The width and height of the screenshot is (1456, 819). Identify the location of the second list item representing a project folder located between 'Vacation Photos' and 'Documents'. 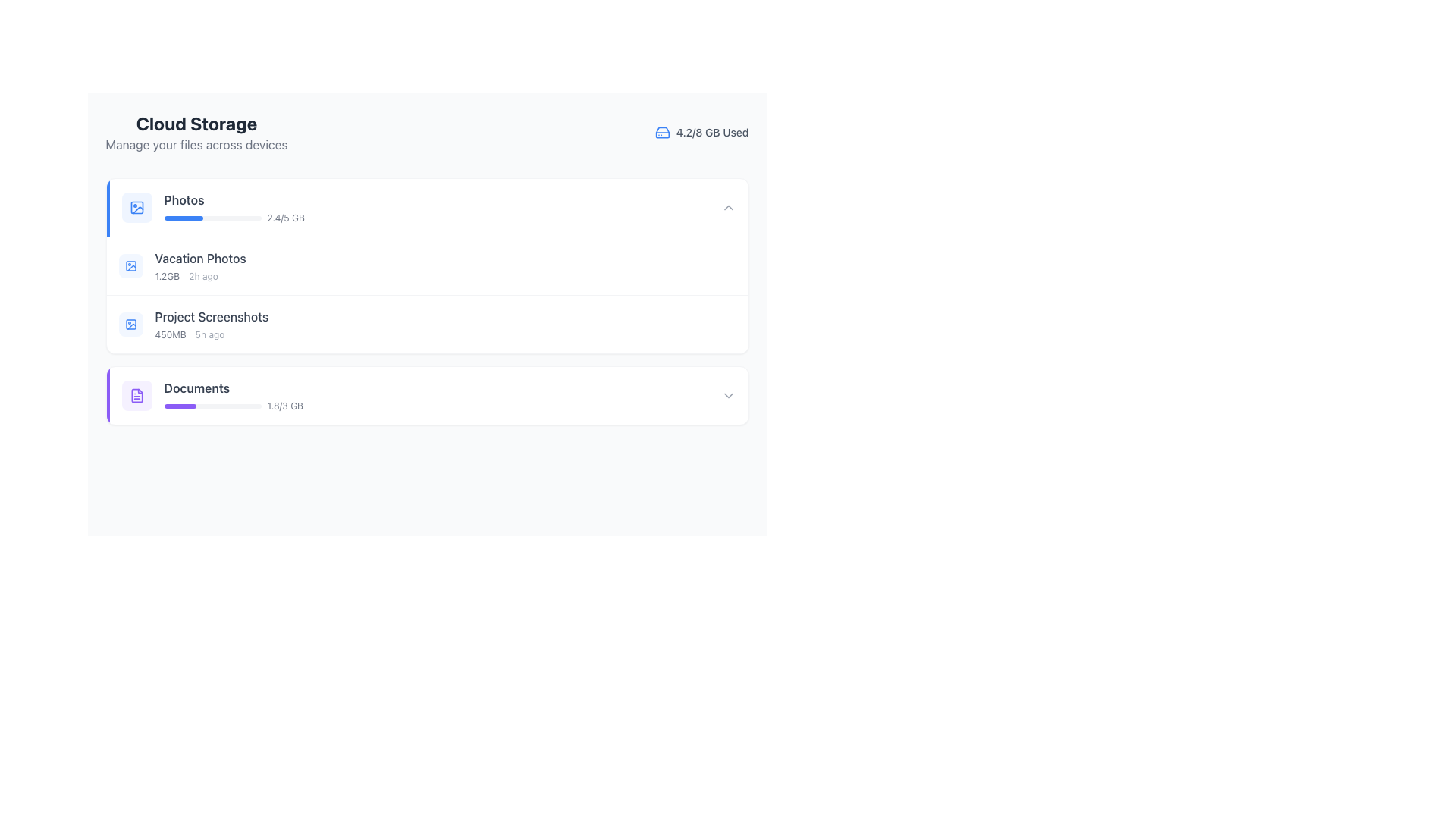
(426, 323).